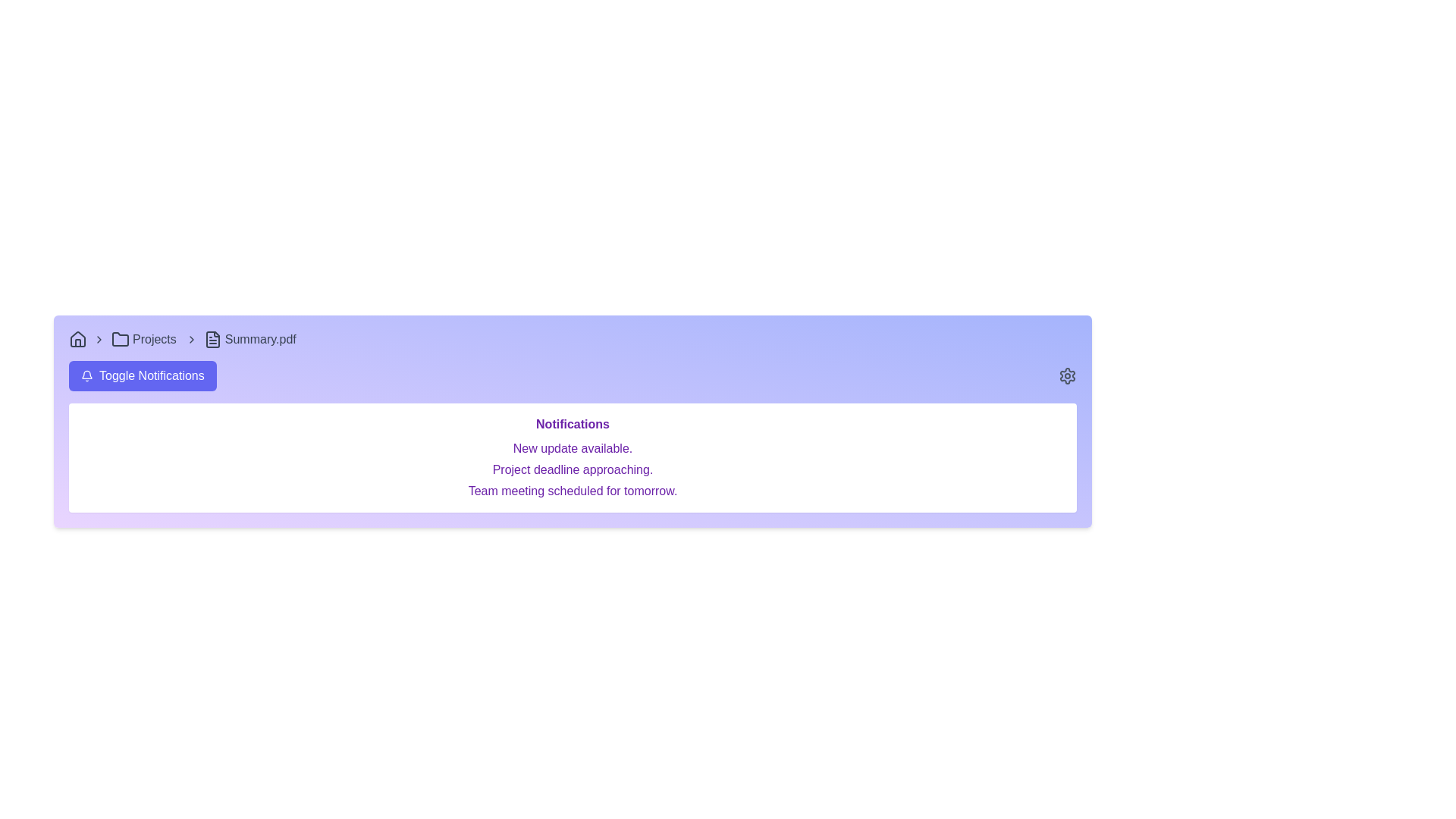 This screenshot has height=819, width=1456. What do you see at coordinates (77, 338) in the screenshot?
I see `the house icon button located on the left side of the breadcrumb navigation bar` at bounding box center [77, 338].